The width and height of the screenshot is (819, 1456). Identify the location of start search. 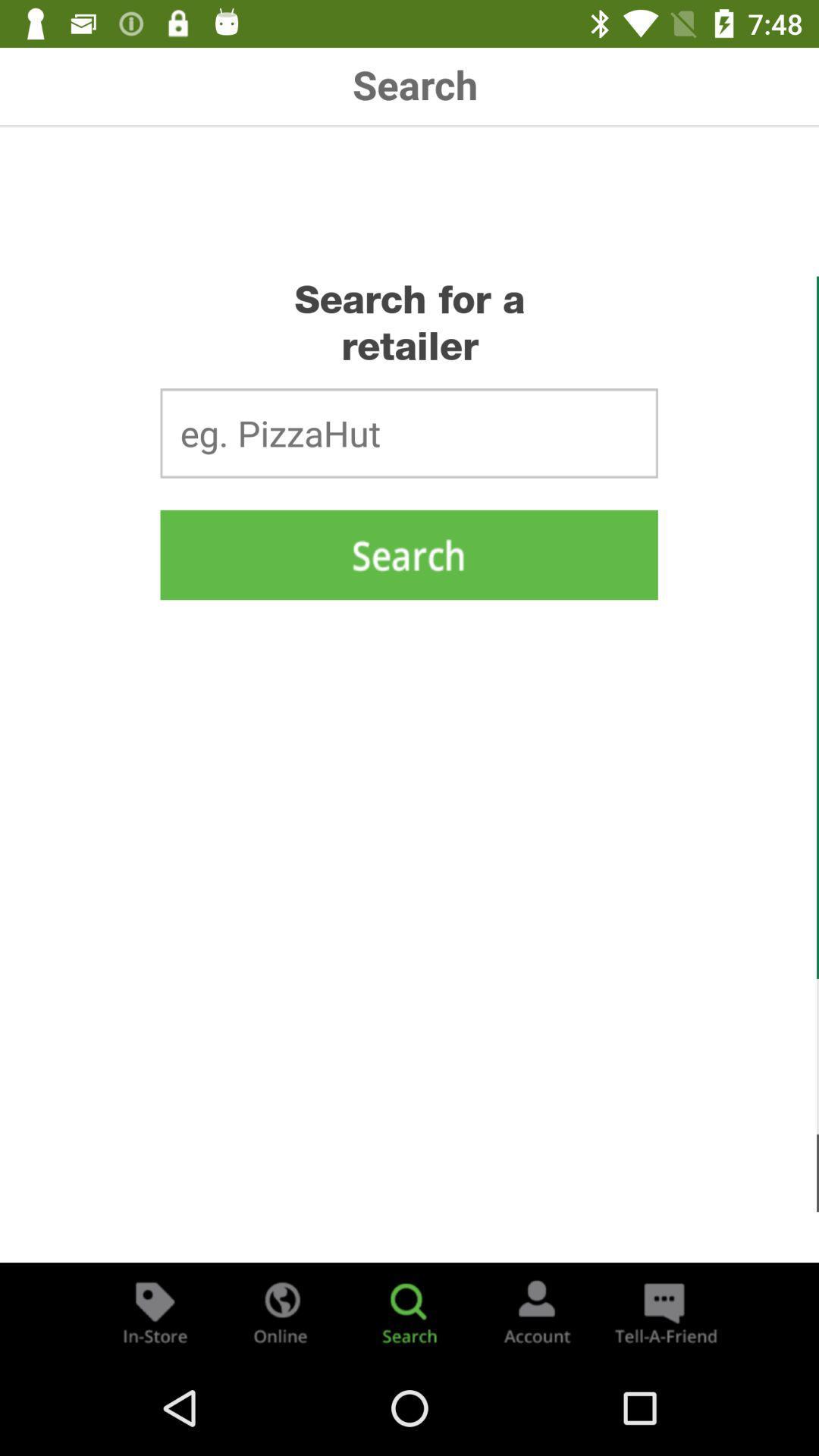
(408, 554).